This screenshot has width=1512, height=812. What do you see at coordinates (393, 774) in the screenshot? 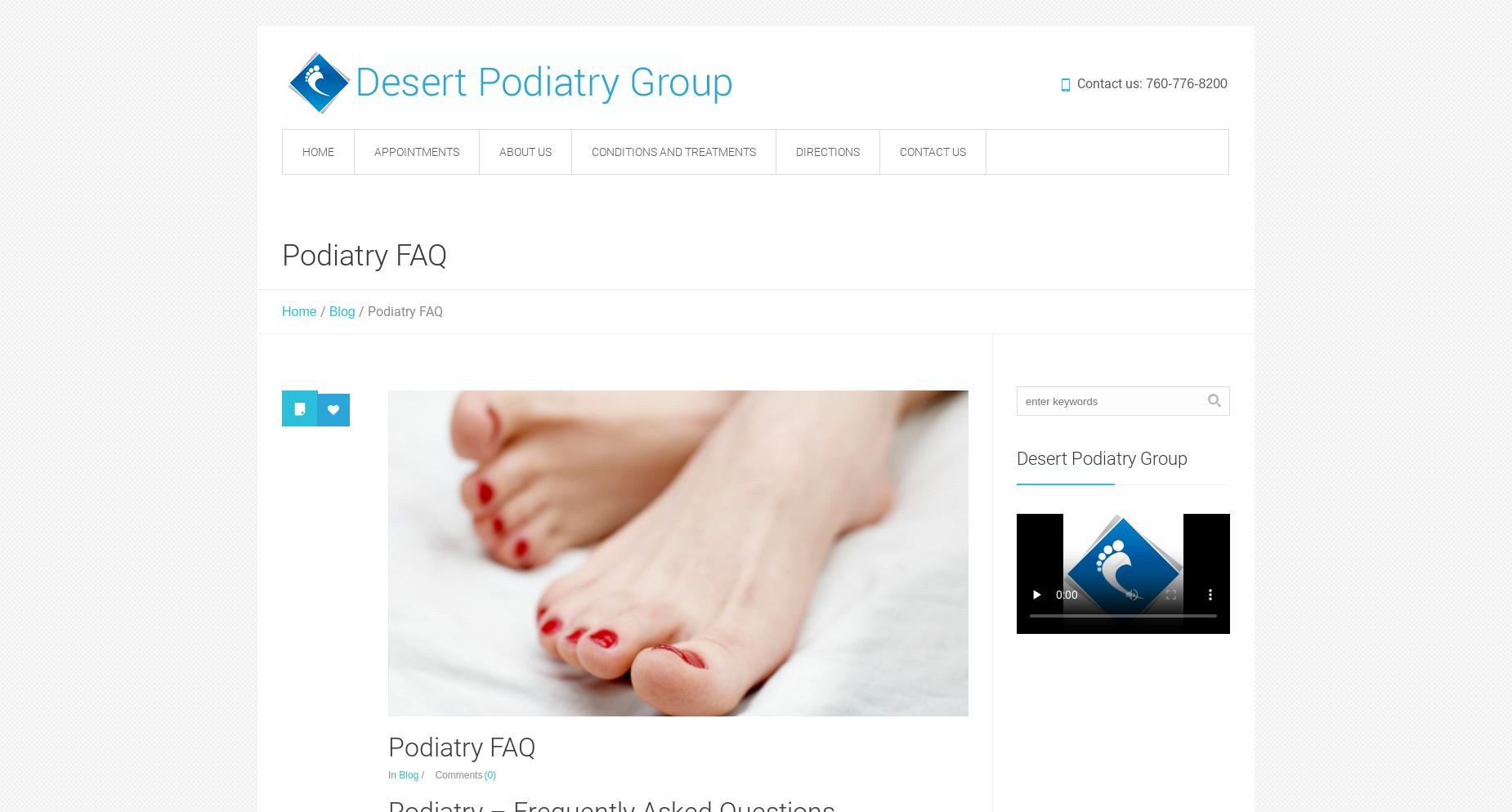
I see `'In'` at bounding box center [393, 774].